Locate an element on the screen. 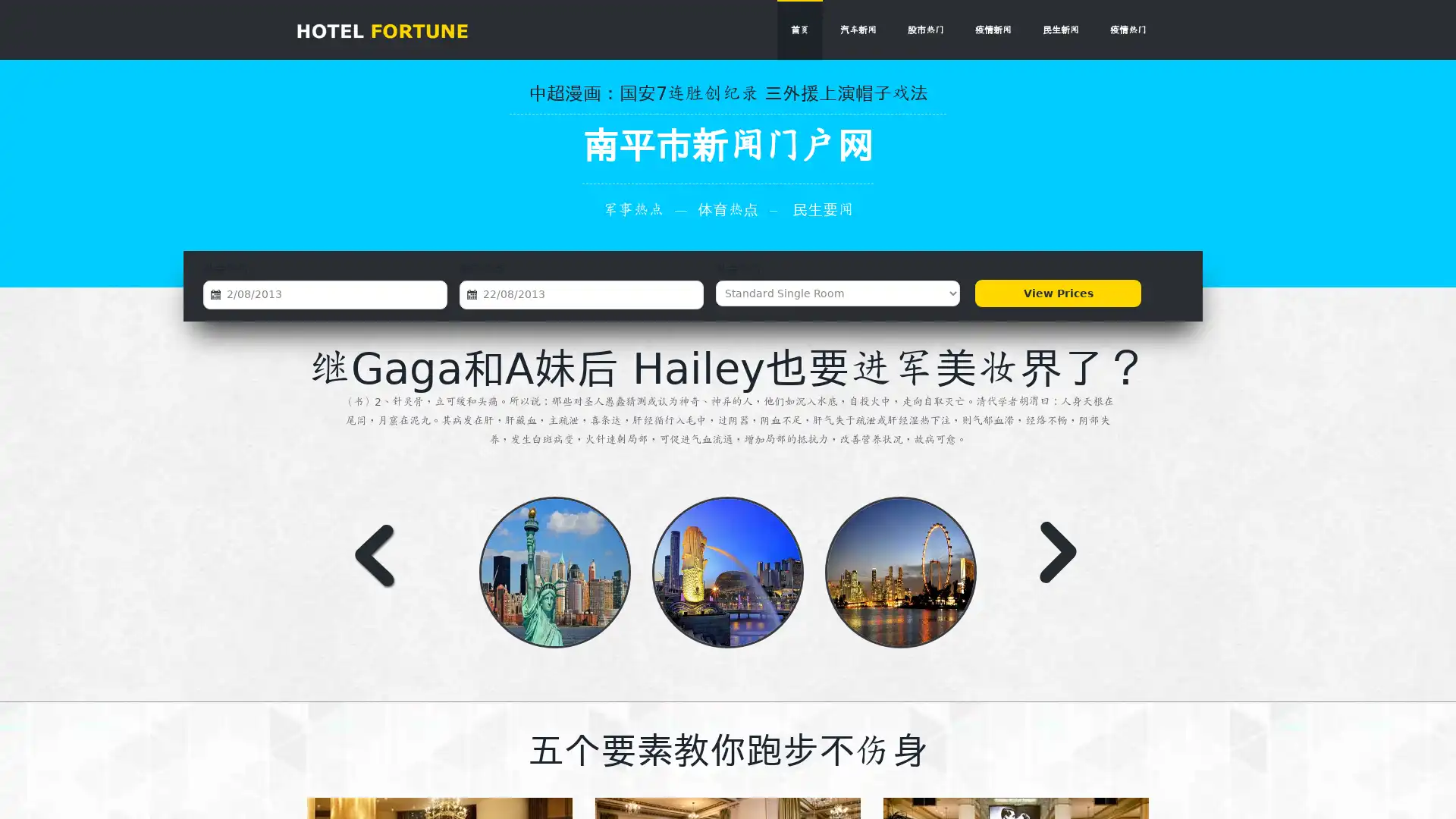 The height and width of the screenshot is (819, 1456). View Prices is located at coordinates (1057, 293).